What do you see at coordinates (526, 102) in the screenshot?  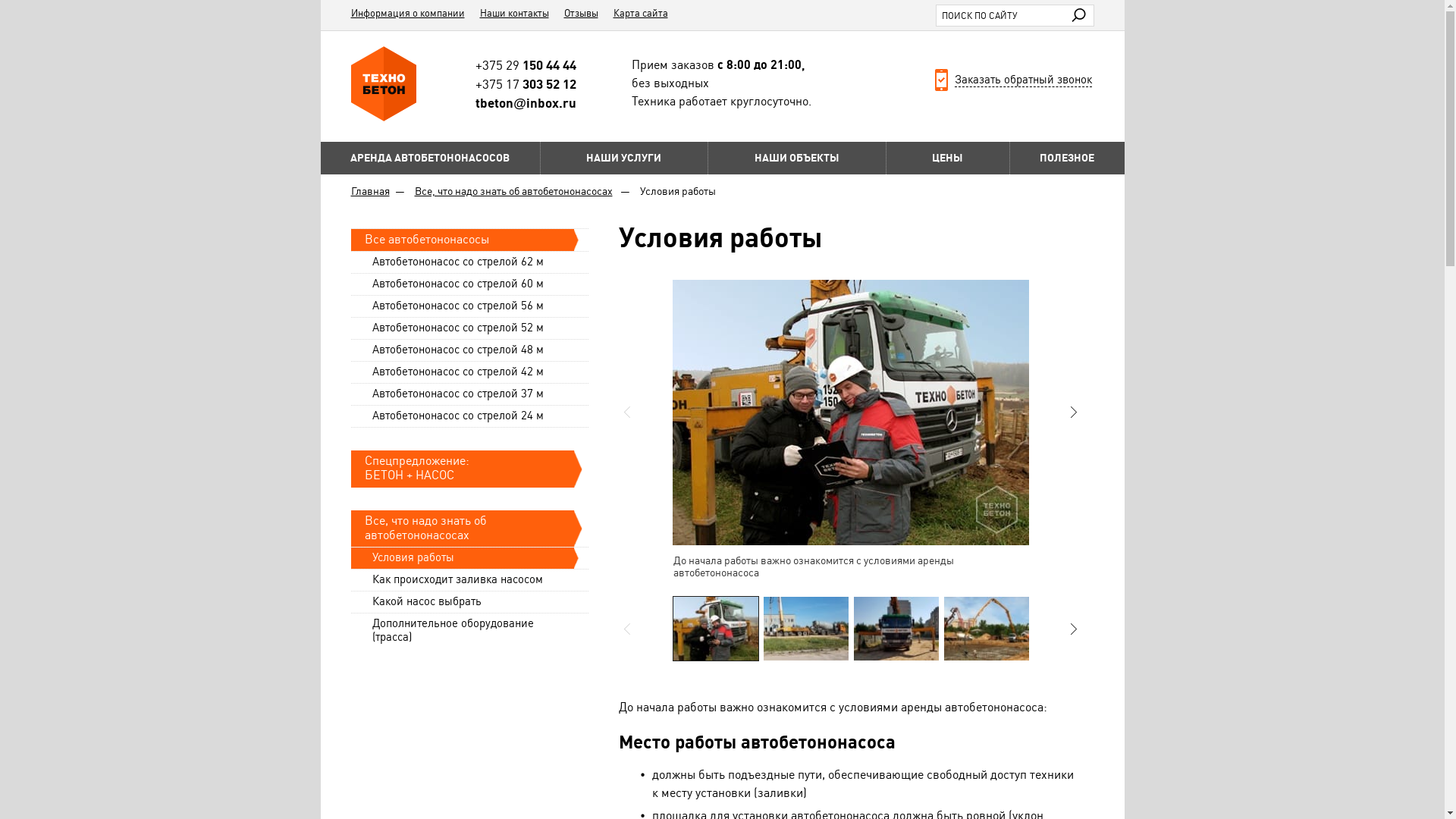 I see `'tbeton@inbox.ru'` at bounding box center [526, 102].